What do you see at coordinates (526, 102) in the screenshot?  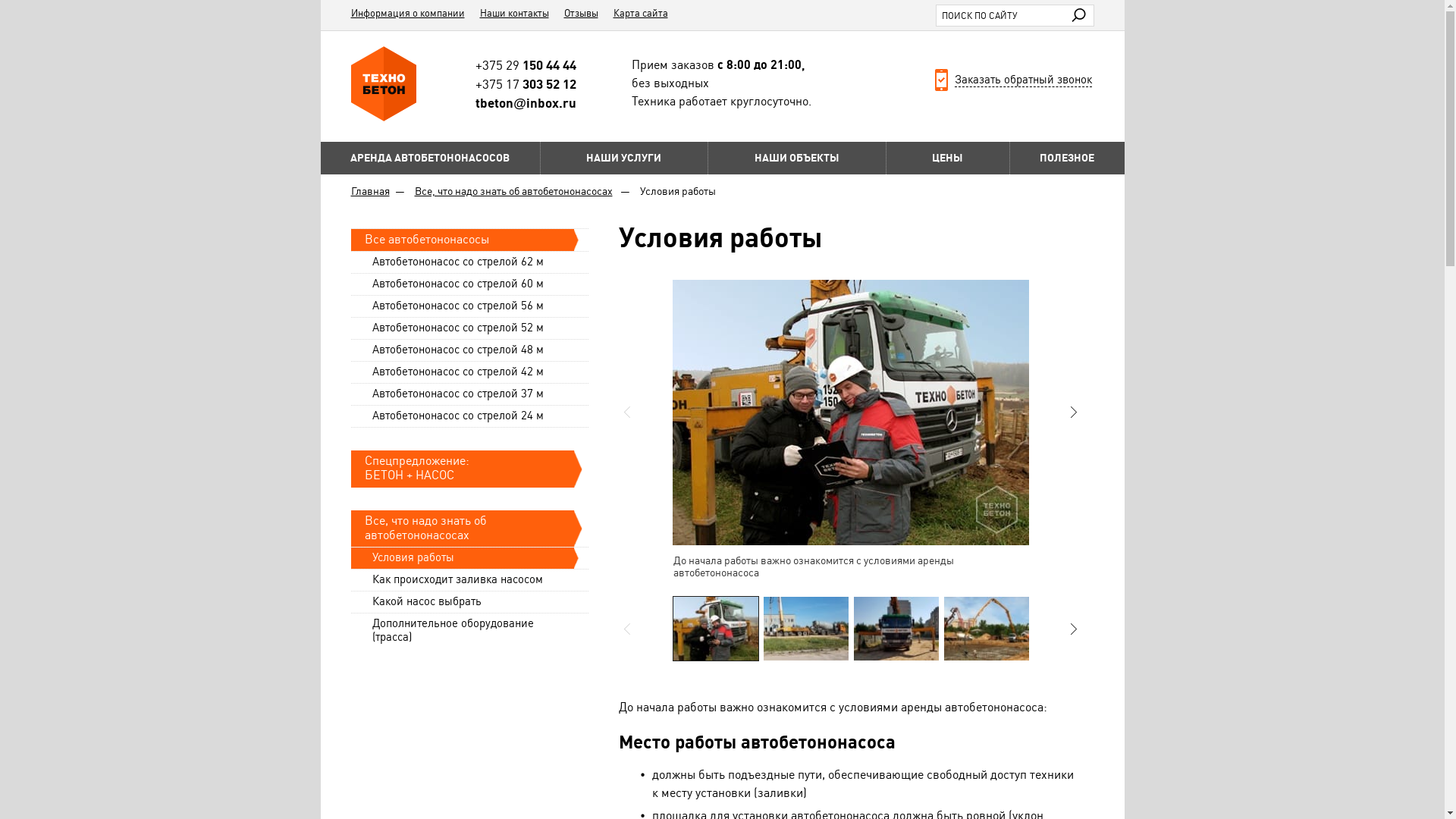 I see `'tbeton@inbox.ru'` at bounding box center [526, 102].